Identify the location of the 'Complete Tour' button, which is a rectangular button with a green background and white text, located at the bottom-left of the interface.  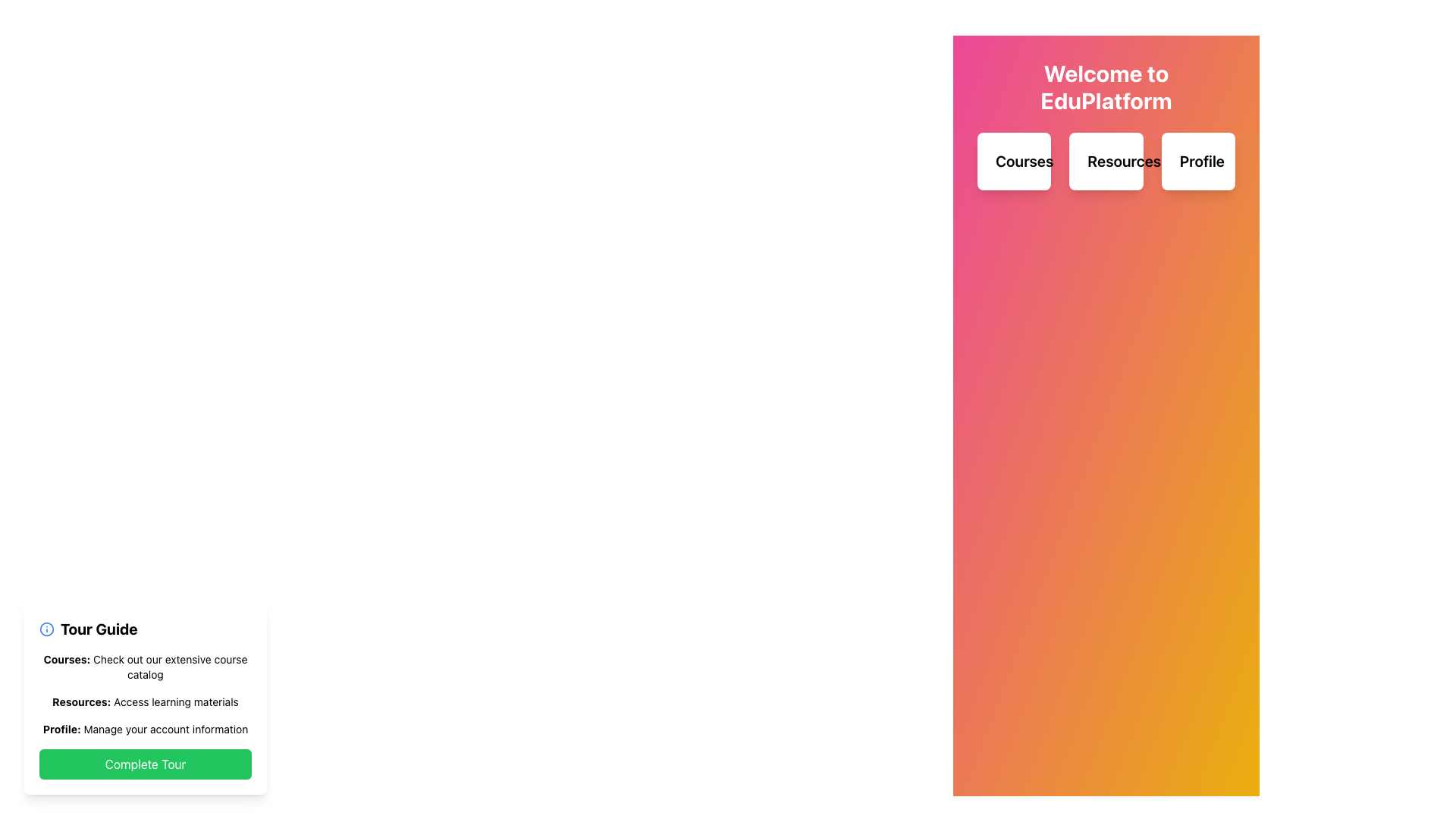
(146, 764).